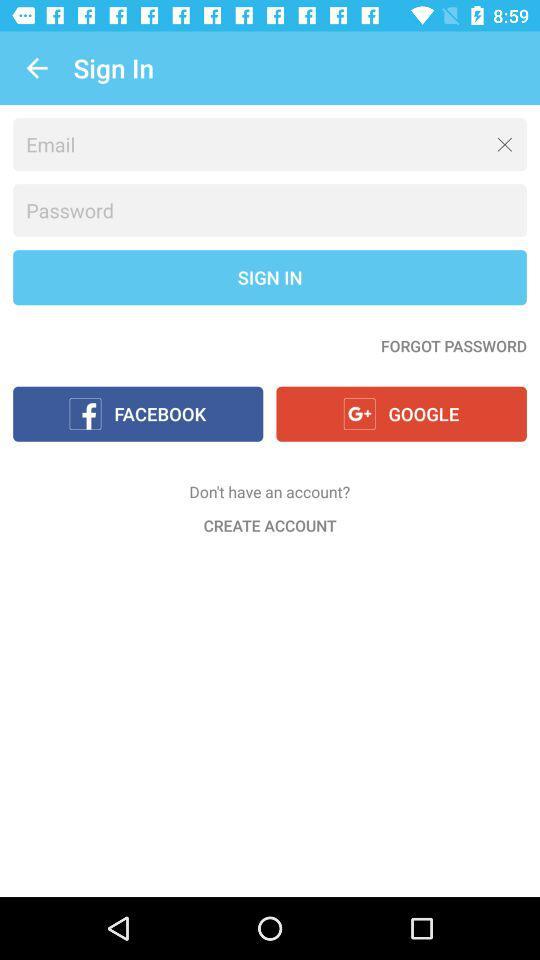 The height and width of the screenshot is (960, 540). Describe the element at coordinates (270, 524) in the screenshot. I see `the create account item` at that location.